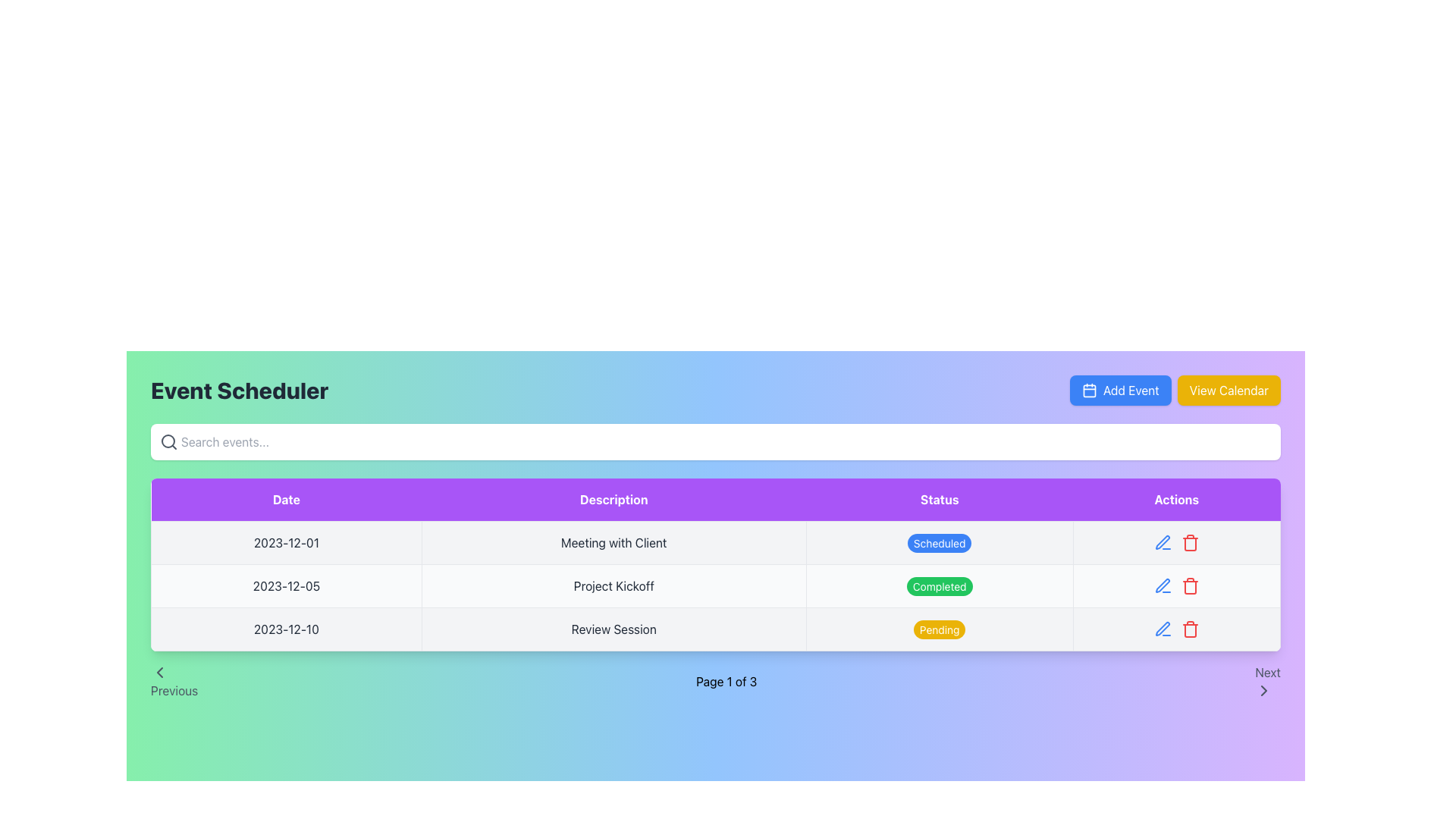  I want to click on the text label displaying the date '2023-12-05' in the first column of the second row of the table, so click(286, 585).